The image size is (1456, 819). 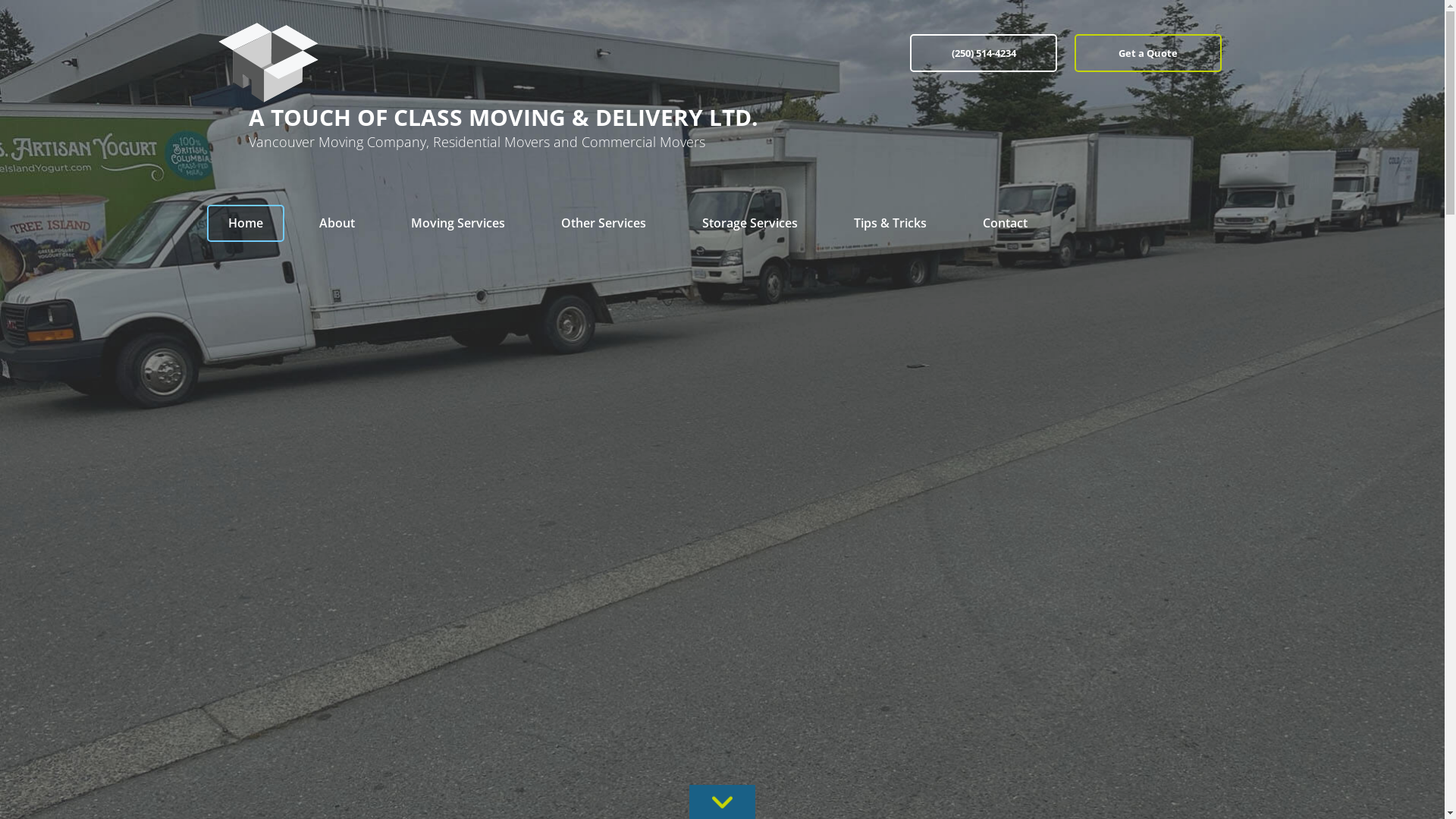 I want to click on 'Other Services', so click(x=603, y=223).